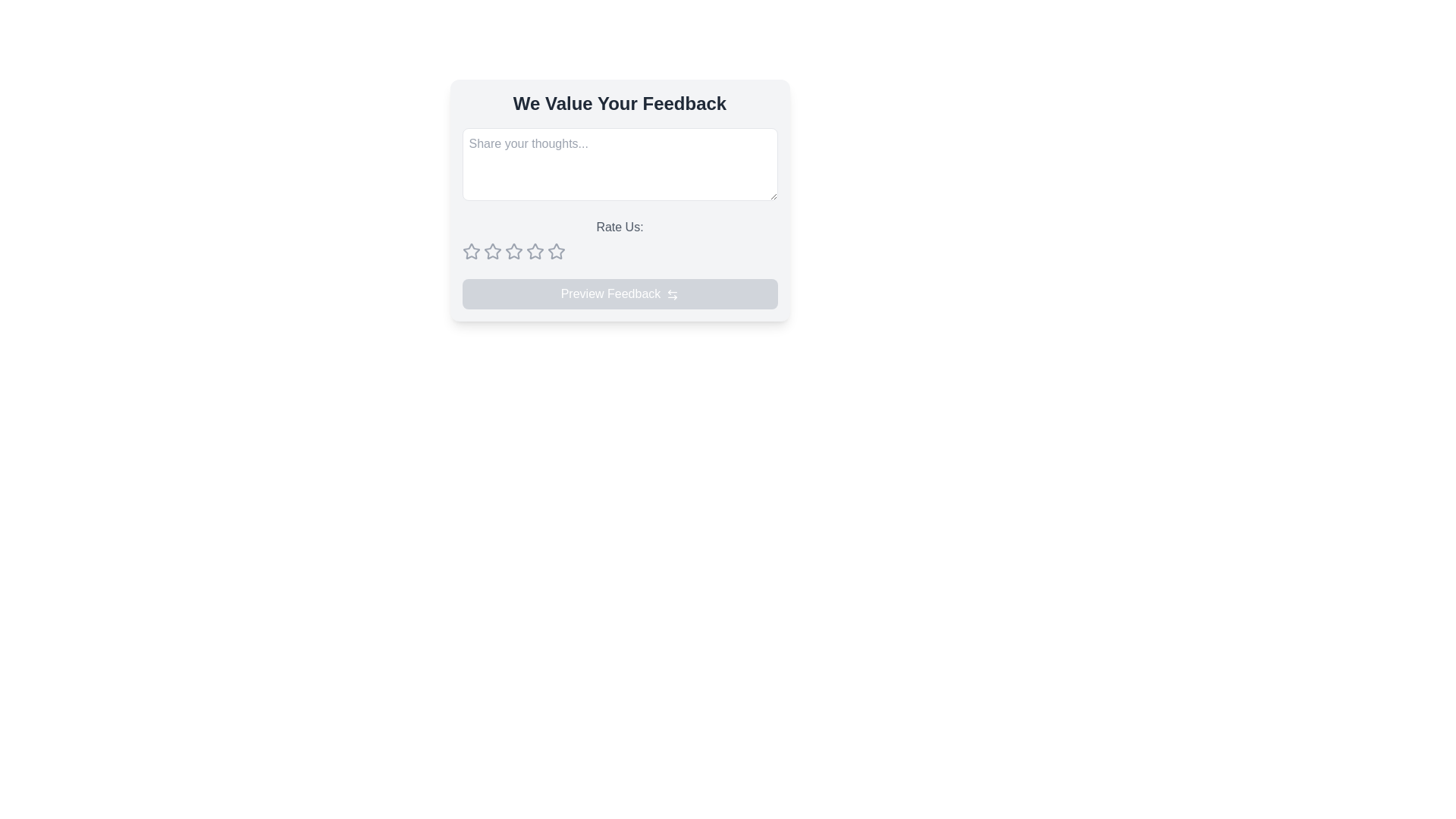  Describe the element at coordinates (470, 250) in the screenshot. I see `the leftmost star icon to register a one-star rating in the feedback form located below the 'Rate Us:' label` at that location.